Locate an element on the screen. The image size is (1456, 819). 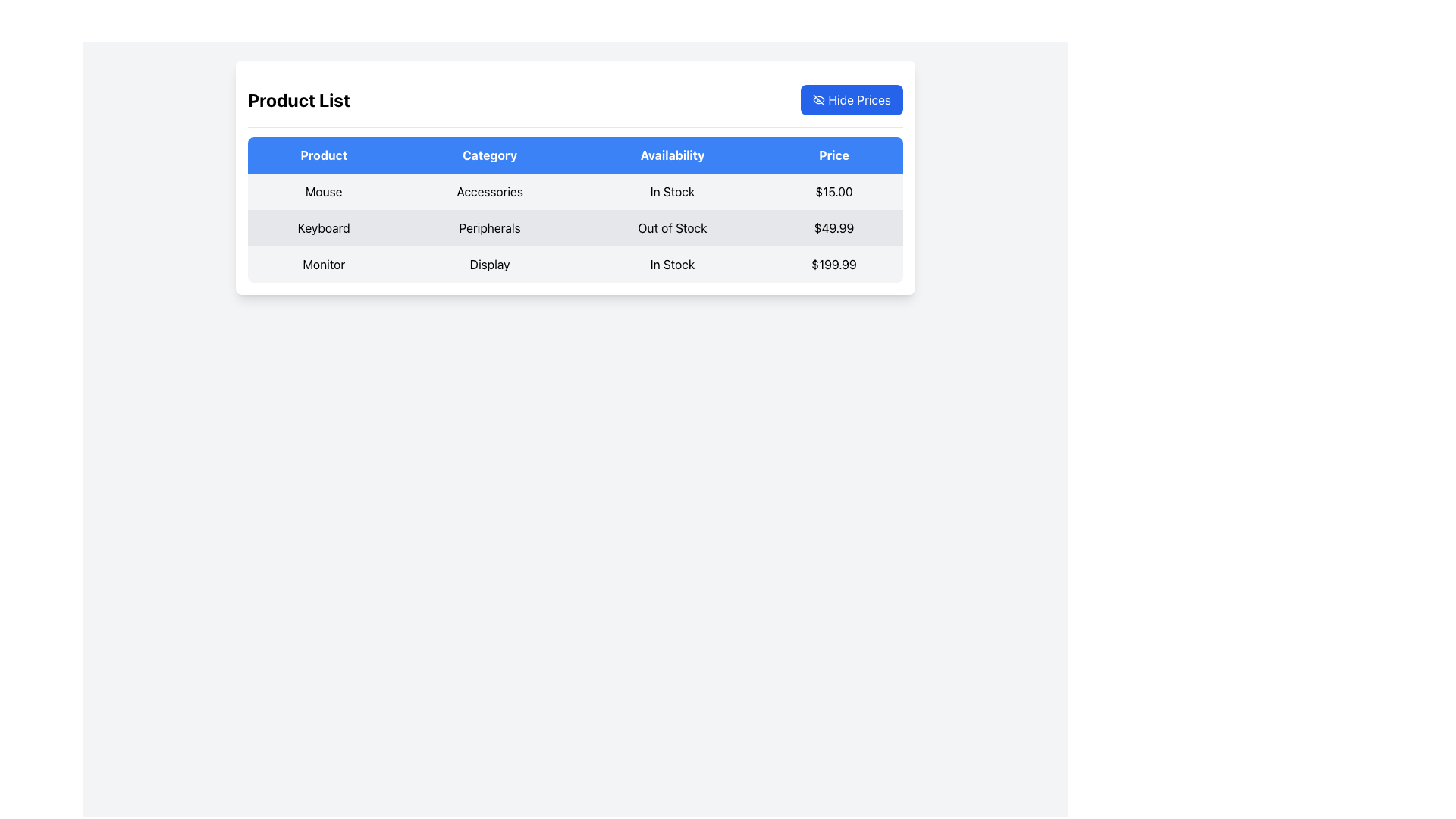
the 'In Stock' text label in the 'Availability' column of the product 'Mouse' within the table under the 'Product List' heading is located at coordinates (672, 191).